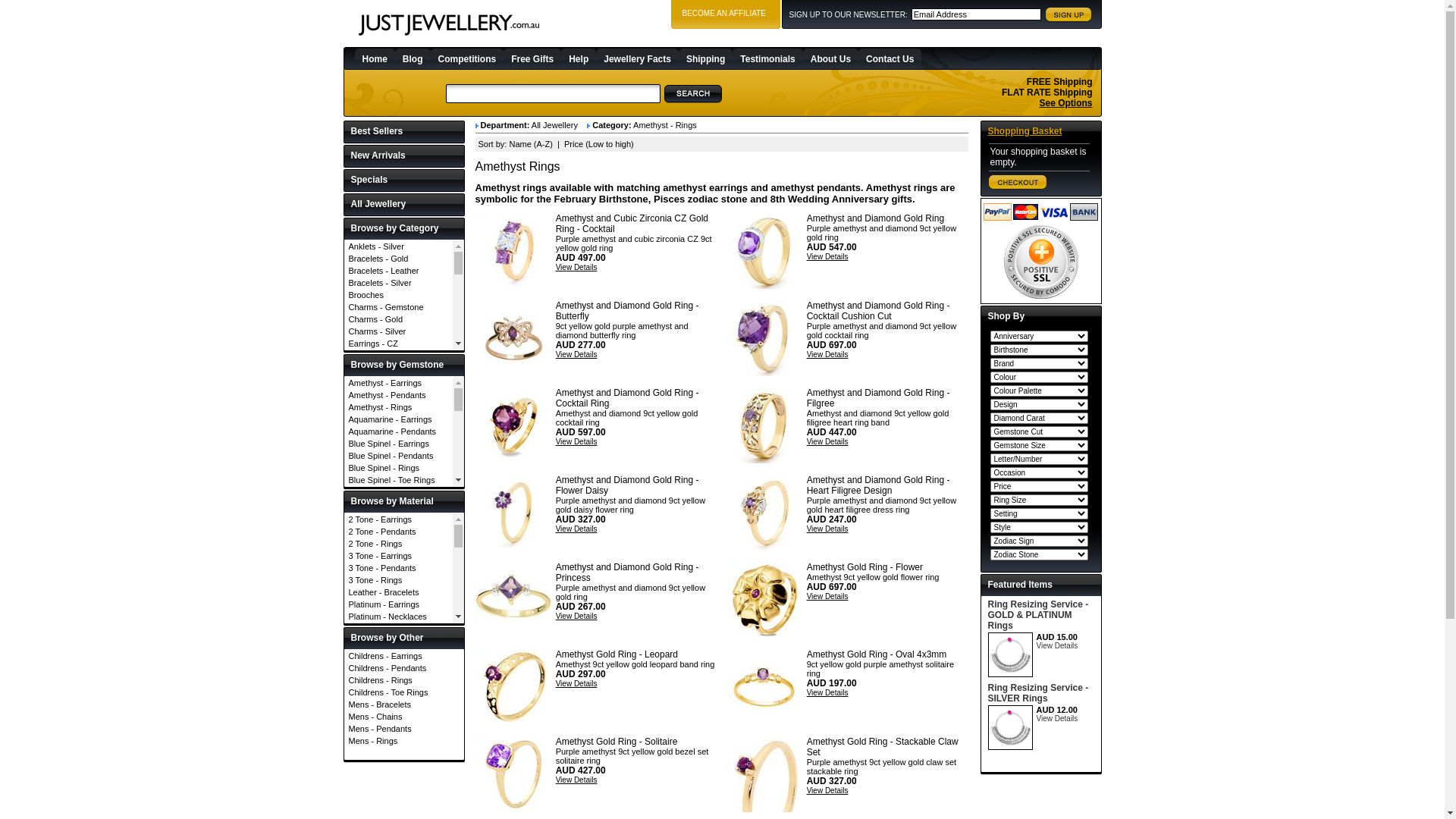 The image size is (1456, 819). Describe the element at coordinates (344, 406) in the screenshot. I see `'Amethyst - Rings'` at that location.